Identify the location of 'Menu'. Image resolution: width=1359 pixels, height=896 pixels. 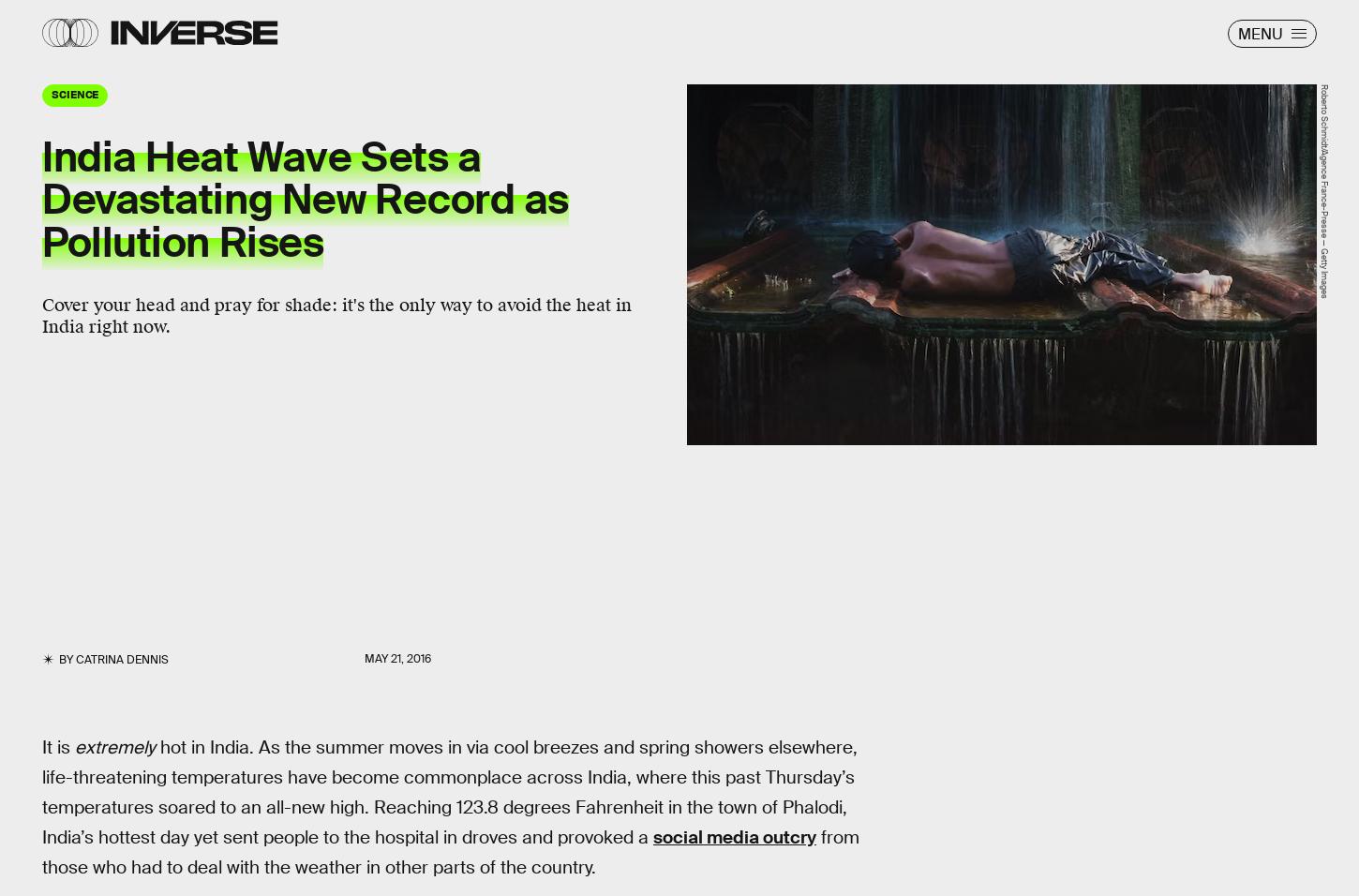
(1259, 32).